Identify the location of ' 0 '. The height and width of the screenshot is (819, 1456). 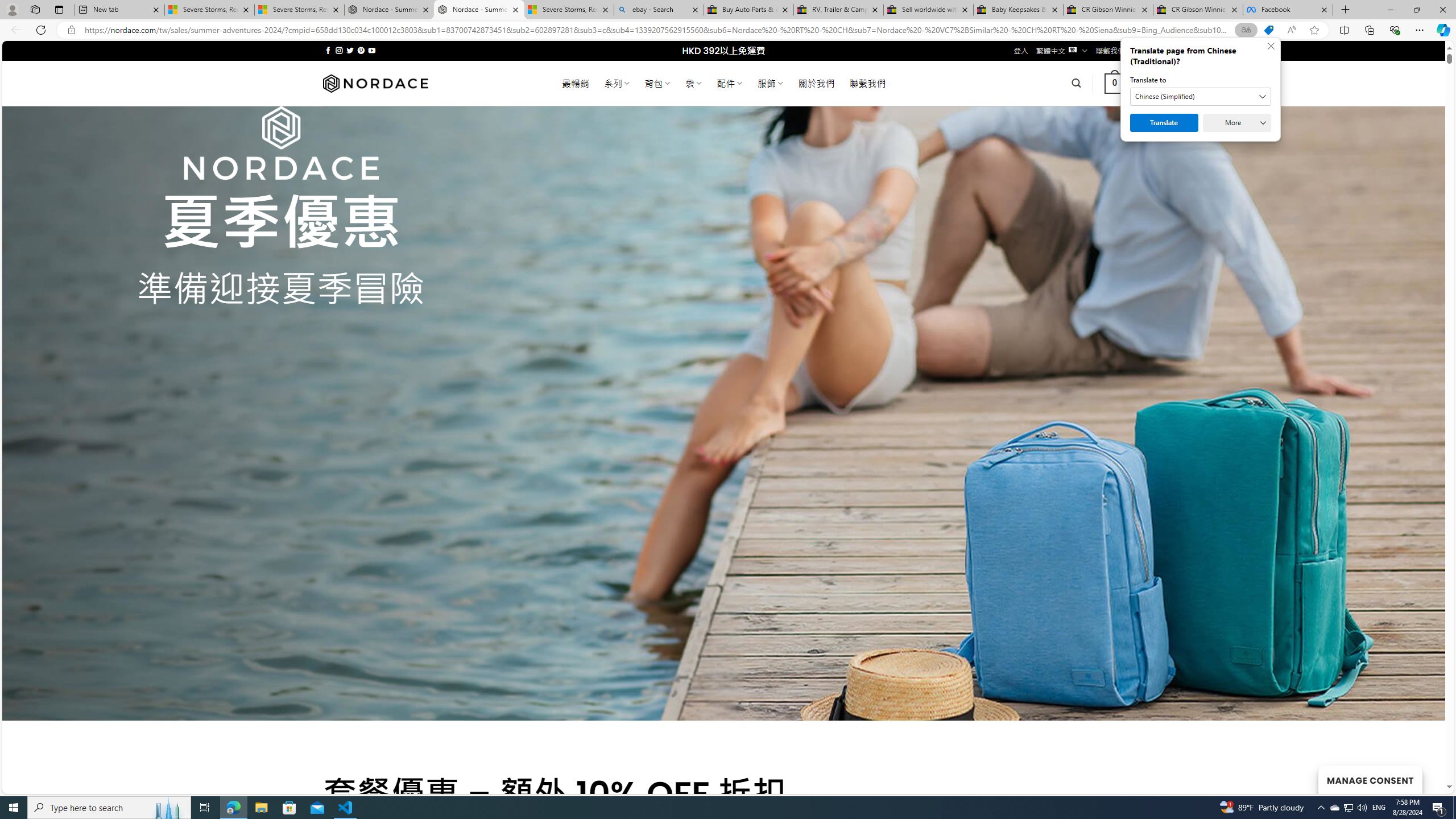
(1115, 82).